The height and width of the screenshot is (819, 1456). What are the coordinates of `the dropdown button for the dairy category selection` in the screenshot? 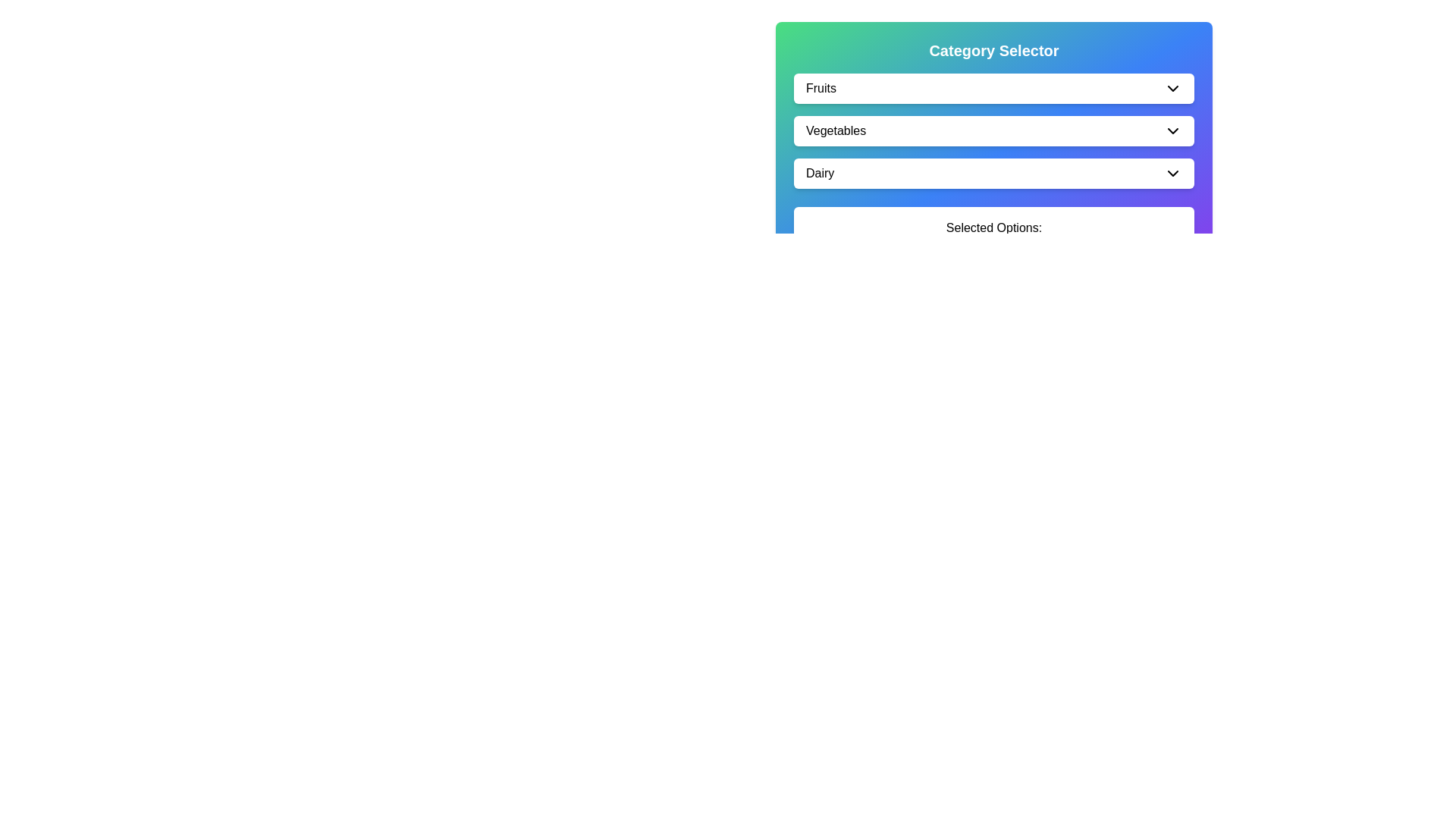 It's located at (993, 172).